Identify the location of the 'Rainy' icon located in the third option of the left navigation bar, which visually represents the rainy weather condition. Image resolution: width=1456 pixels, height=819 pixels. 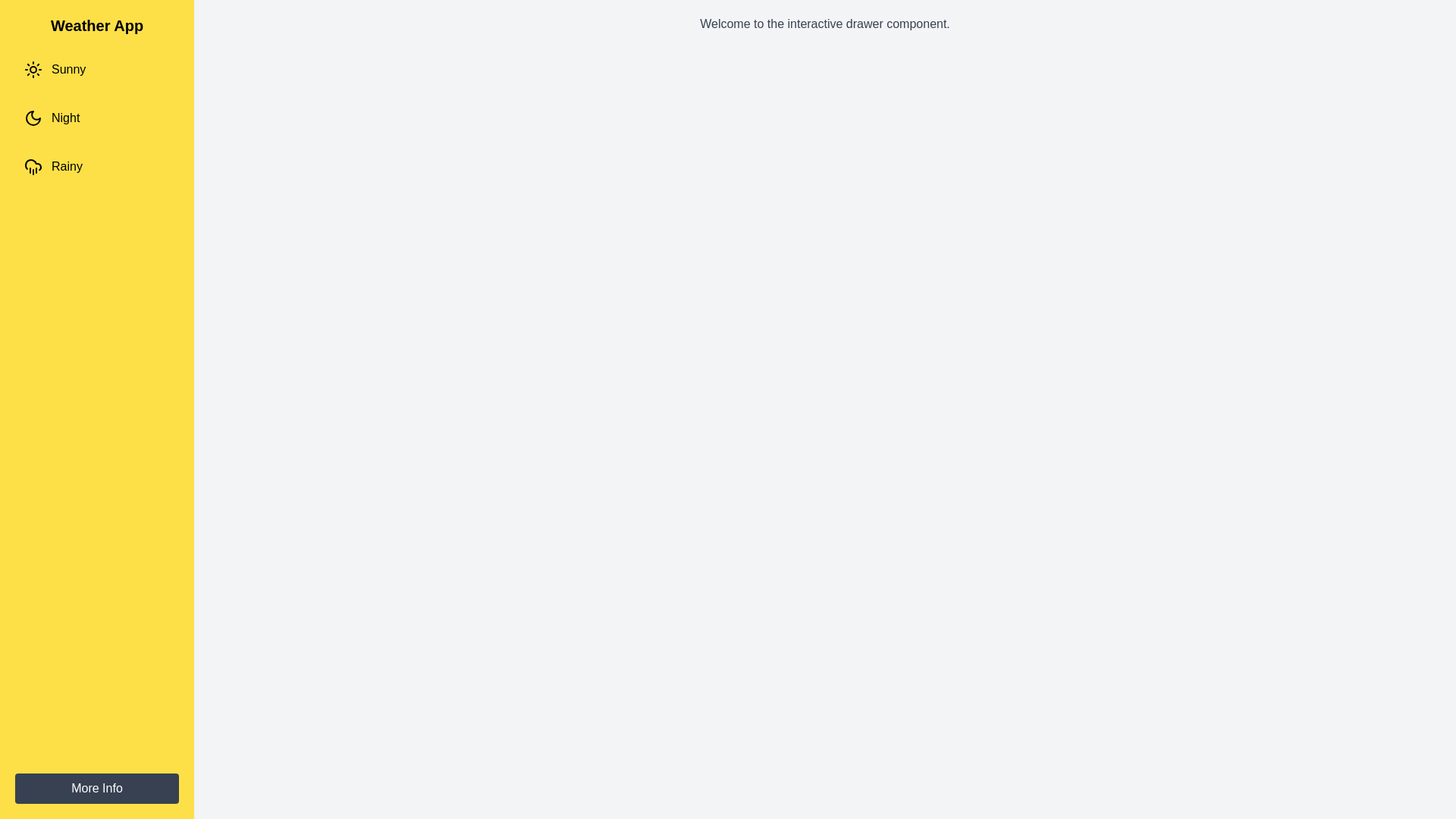
(33, 166).